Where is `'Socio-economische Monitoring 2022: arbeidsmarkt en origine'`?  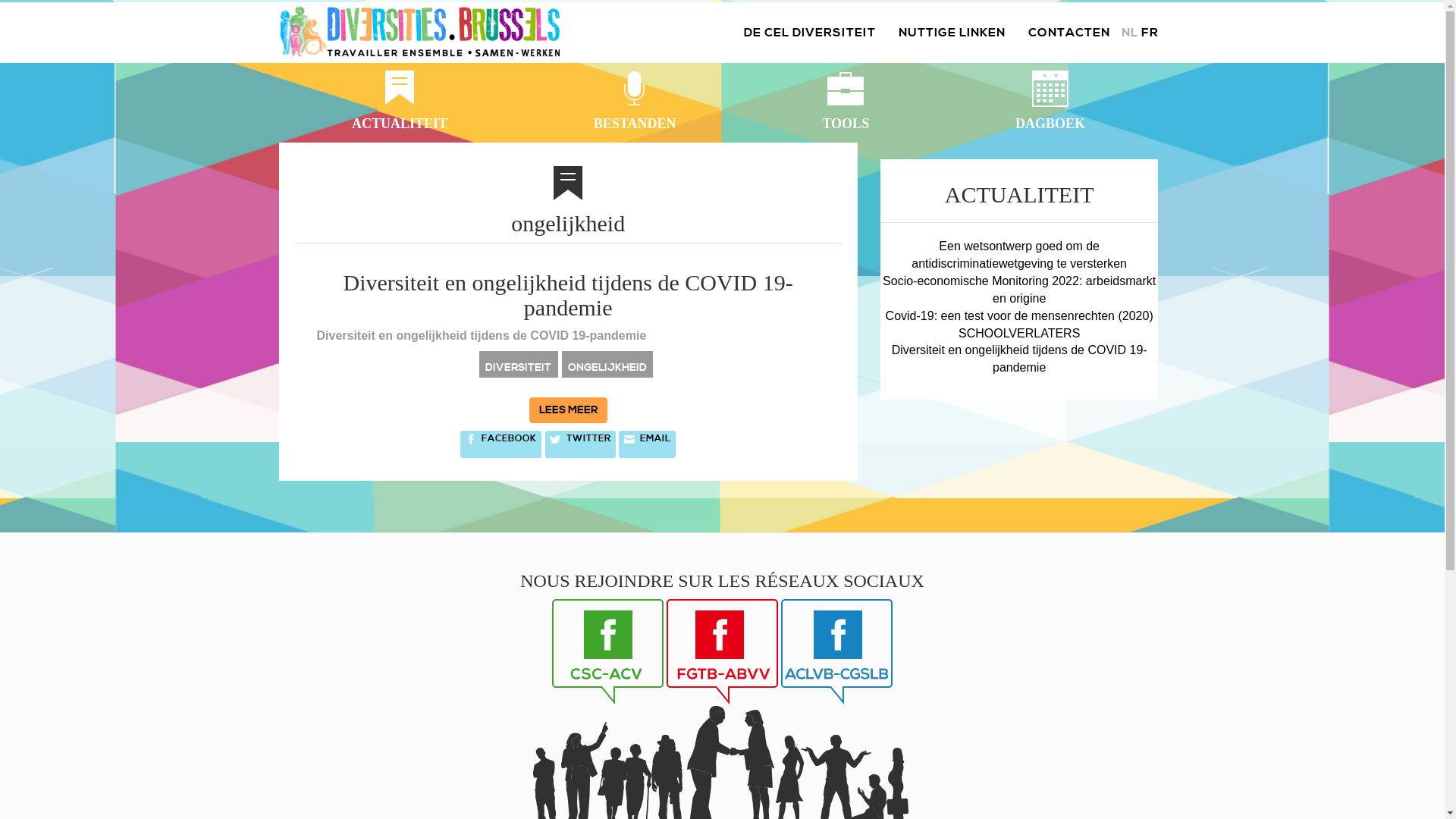 'Socio-economische Monitoring 2022: arbeidsmarkt en origine' is located at coordinates (1019, 289).